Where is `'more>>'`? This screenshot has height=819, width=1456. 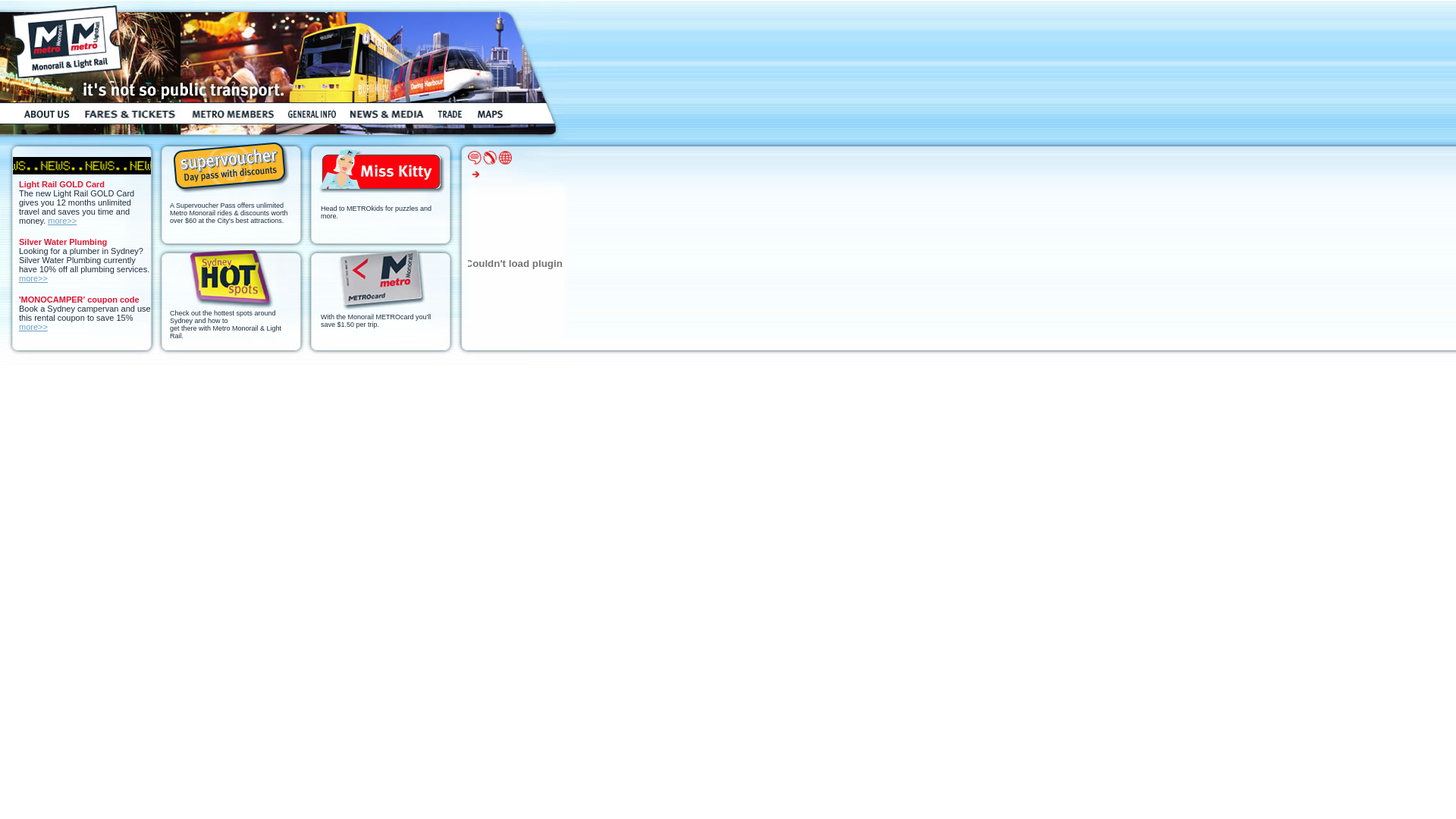
'more>>' is located at coordinates (33, 278).